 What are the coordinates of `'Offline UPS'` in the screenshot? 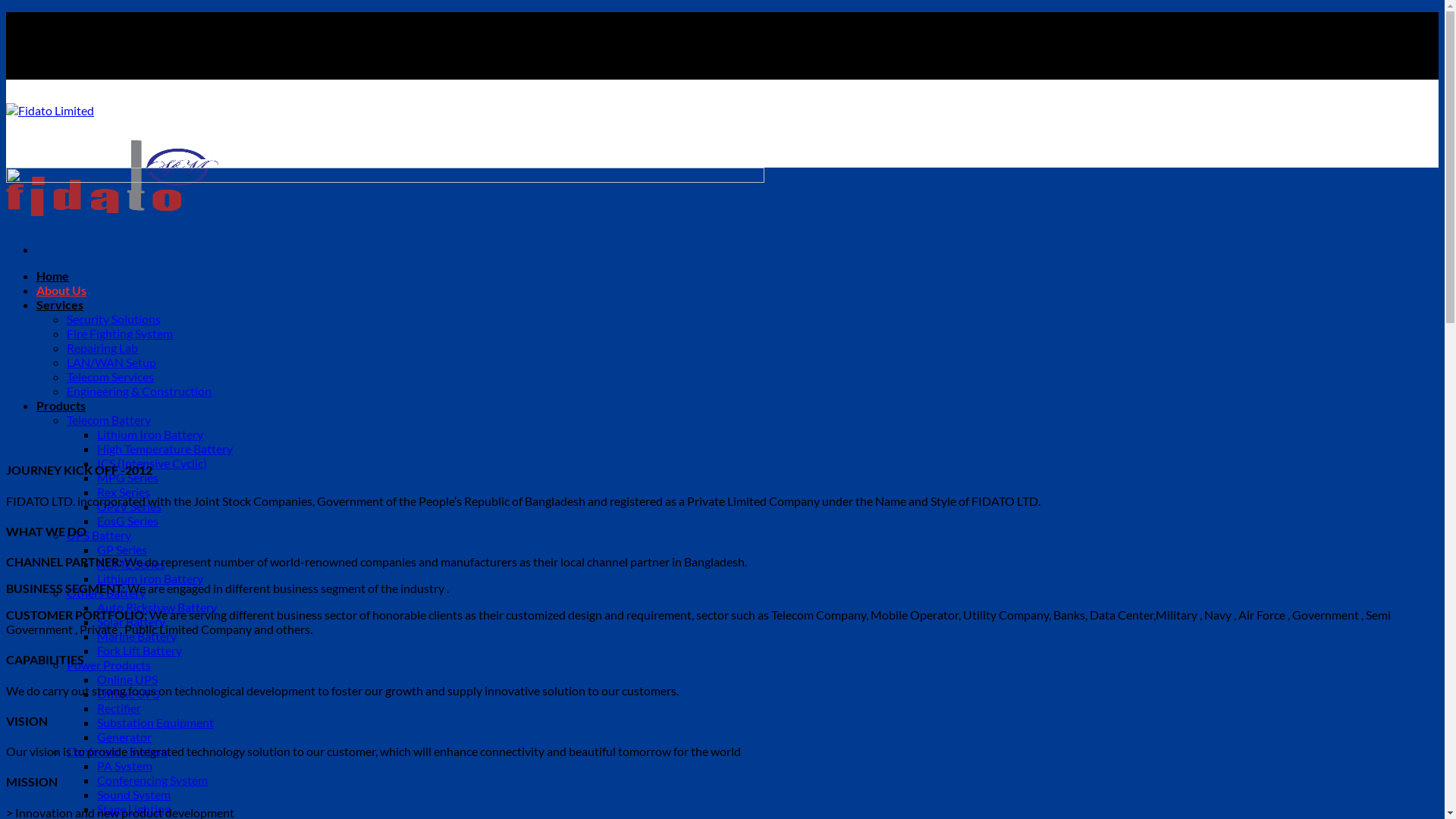 It's located at (96, 693).